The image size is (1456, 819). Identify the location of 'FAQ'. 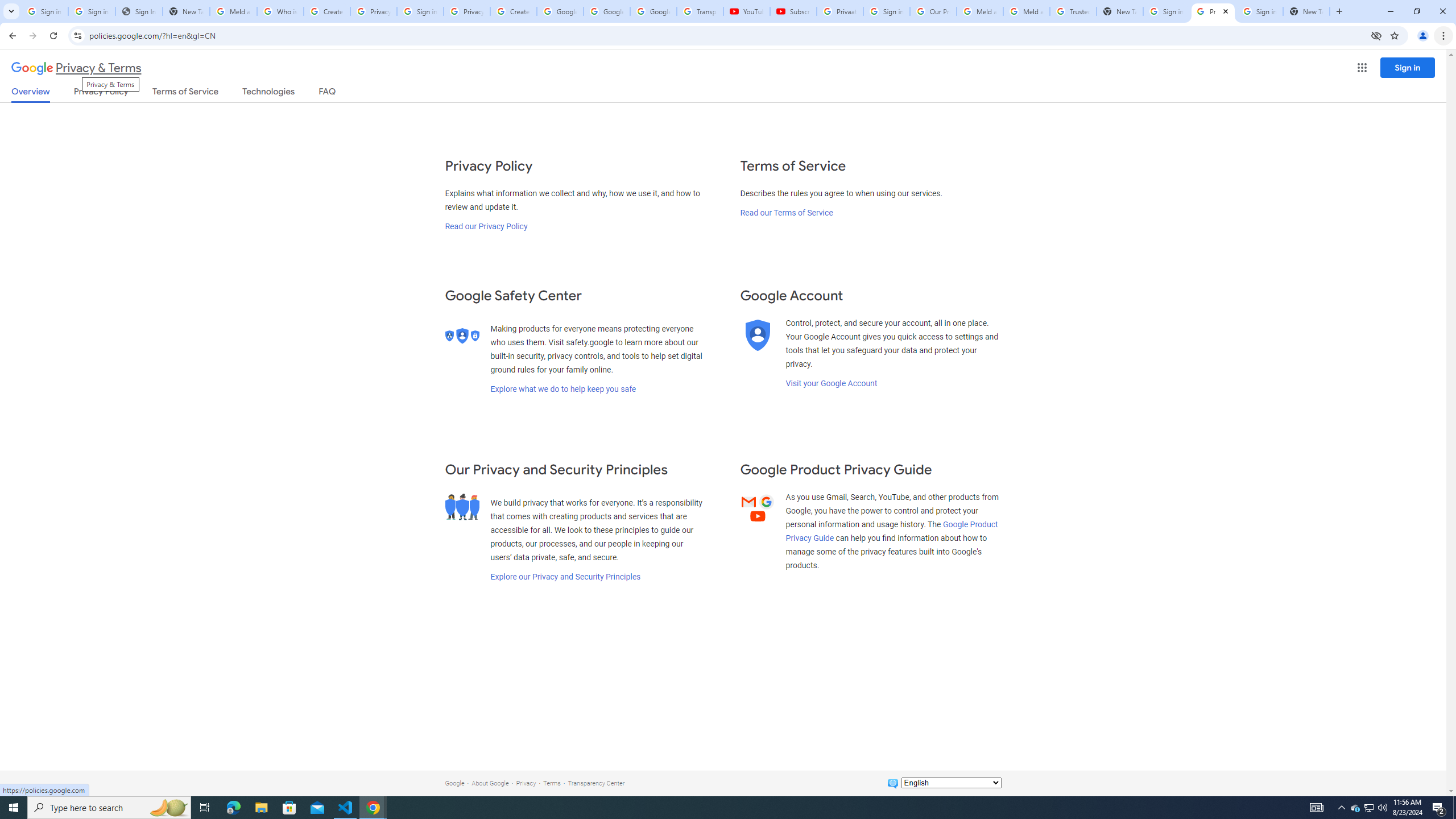
(327, 93).